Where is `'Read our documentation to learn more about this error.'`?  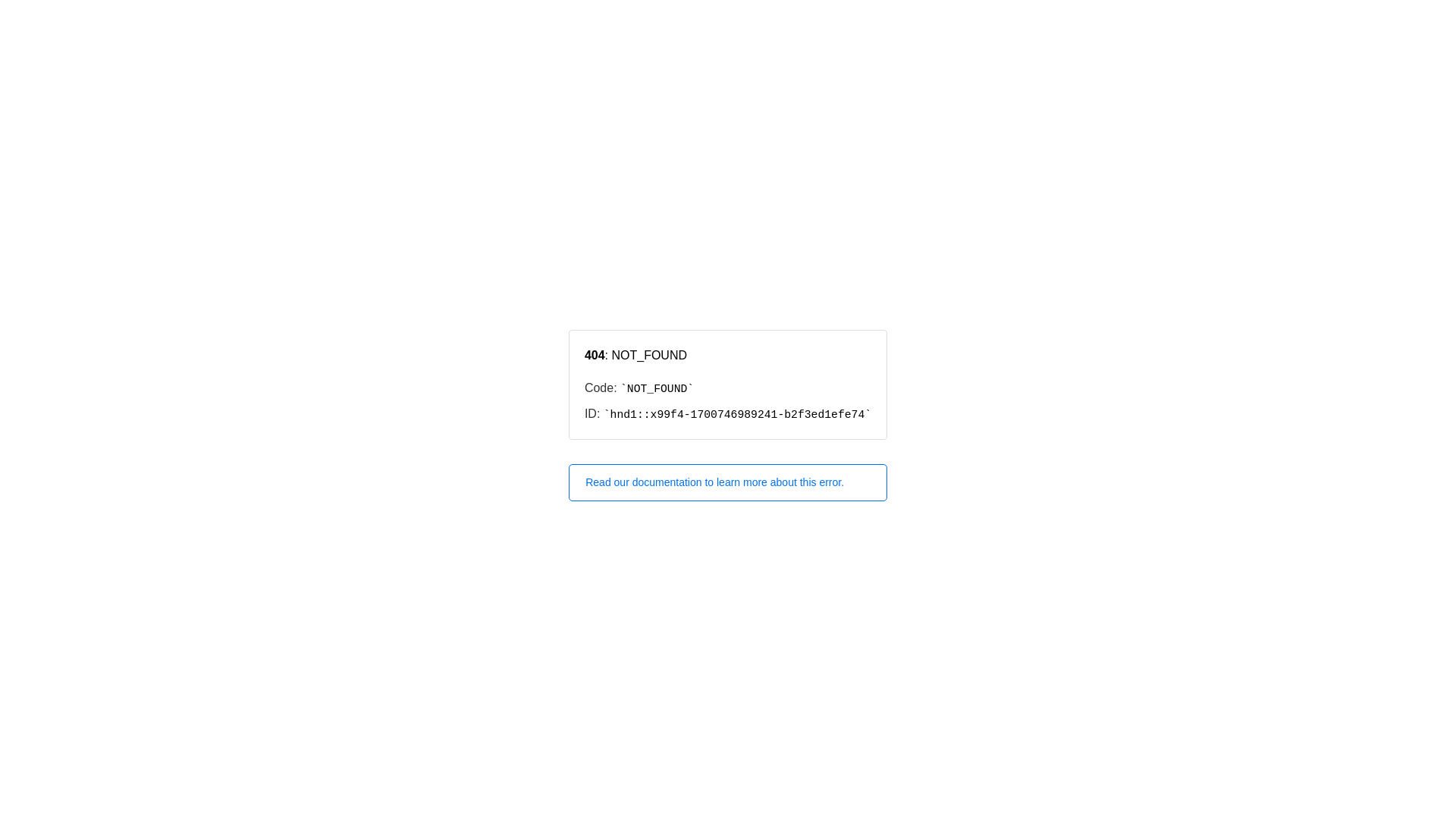
'Read our documentation to learn more about this error.' is located at coordinates (728, 482).